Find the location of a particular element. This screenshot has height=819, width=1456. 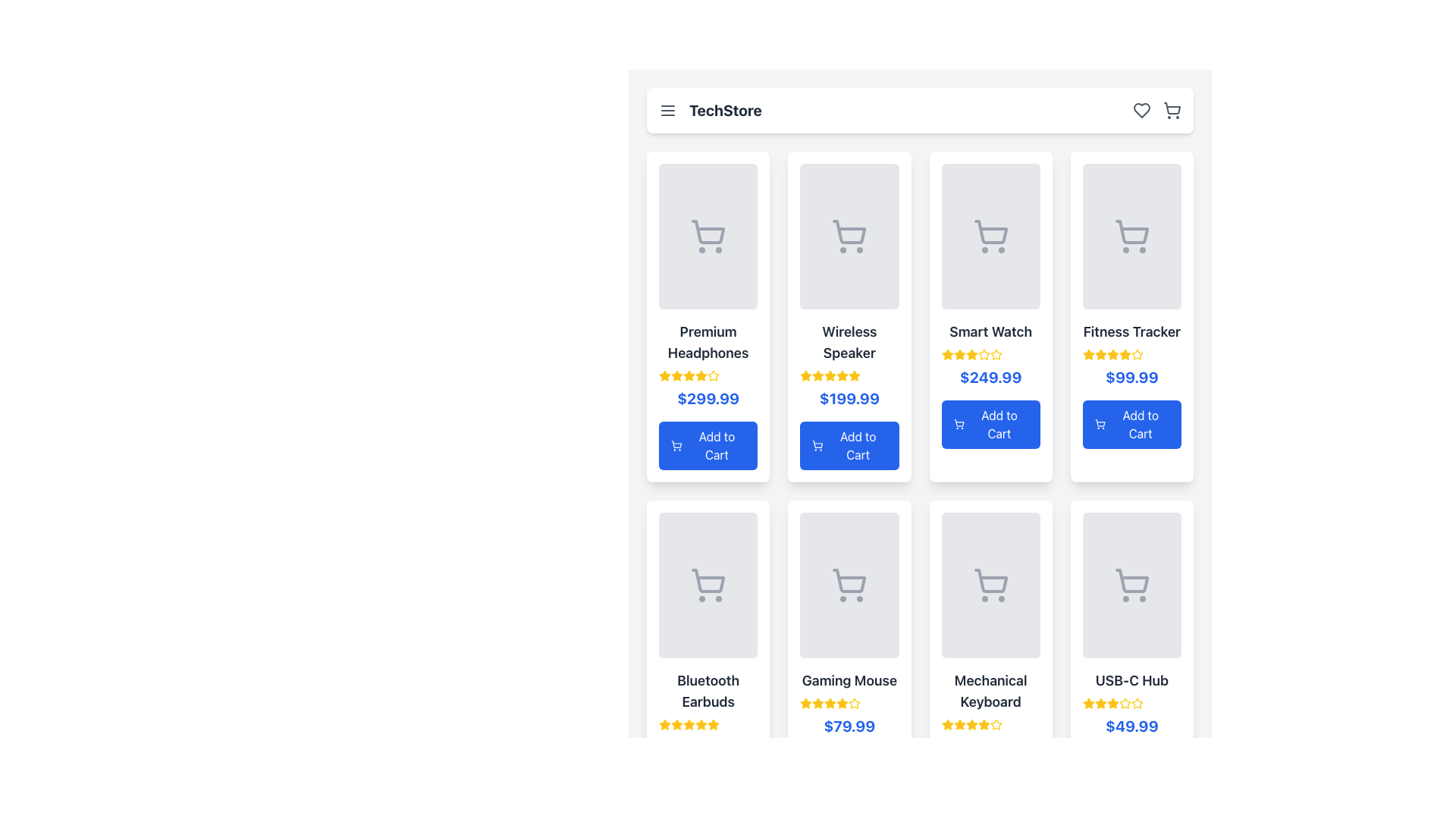

the third star in the rating section for the 'USB-C Hub' is located at coordinates (1100, 704).